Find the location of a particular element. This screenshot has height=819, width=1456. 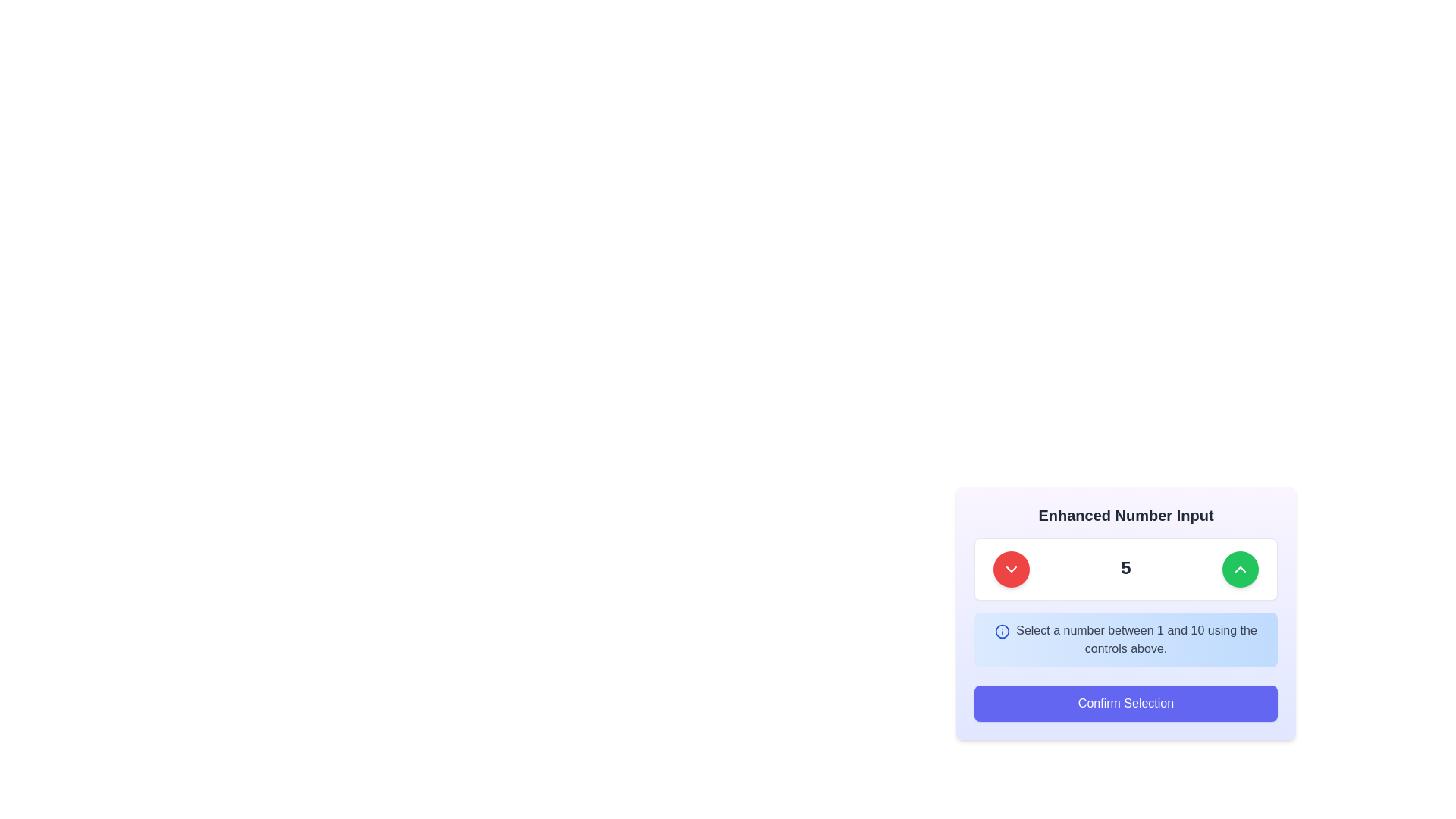

the Text display that shows the current value or selected number in the number input control, which is centrally positioned within a rectangular white box with rounded corners, flanked by a red button on the left and a green button on the right is located at coordinates (1125, 570).